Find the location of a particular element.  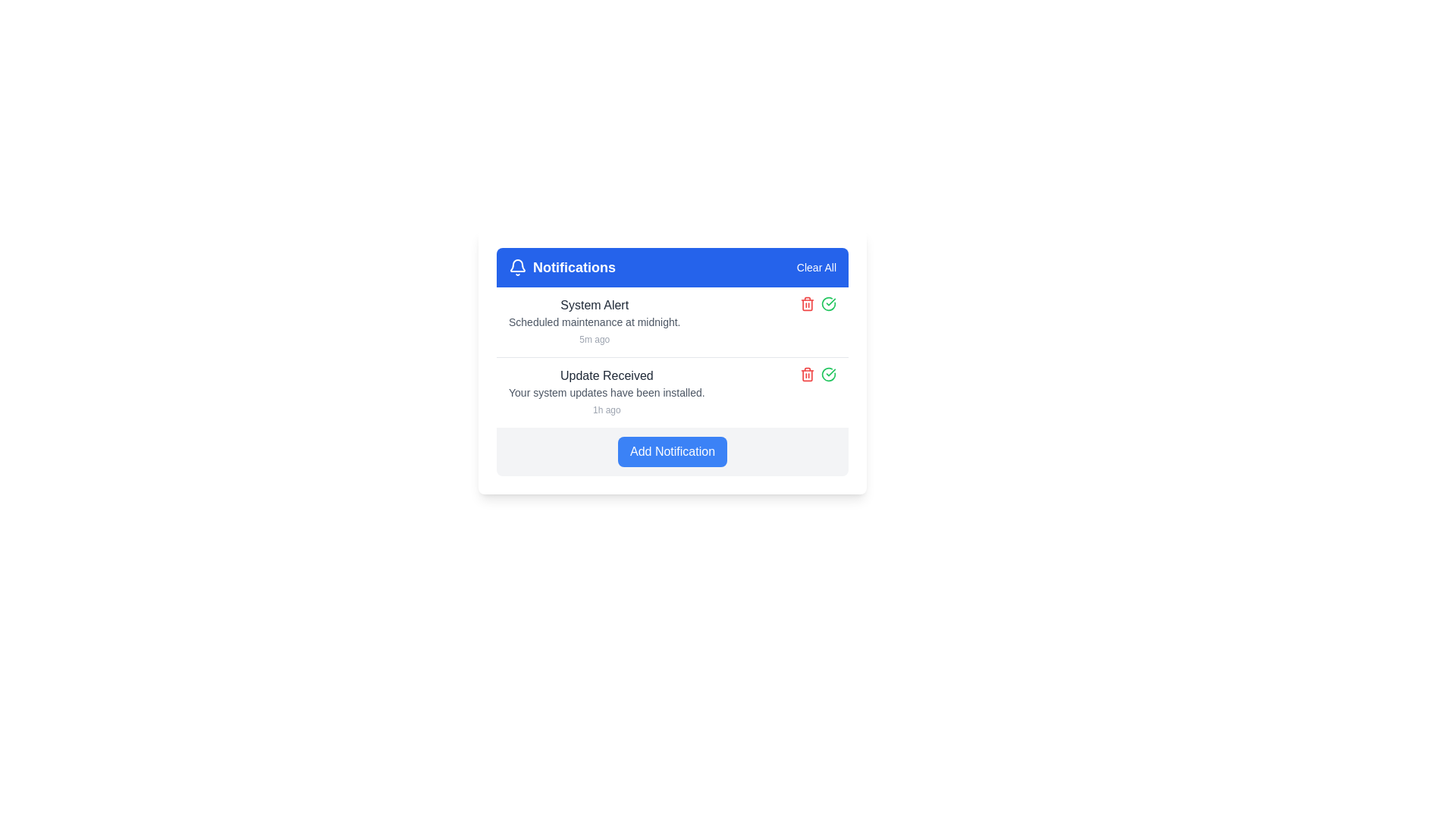

the delete button icon located in the 'System Alert' notification, positioned on the right-hand side next to a green checkmark icon is located at coordinates (807, 374).